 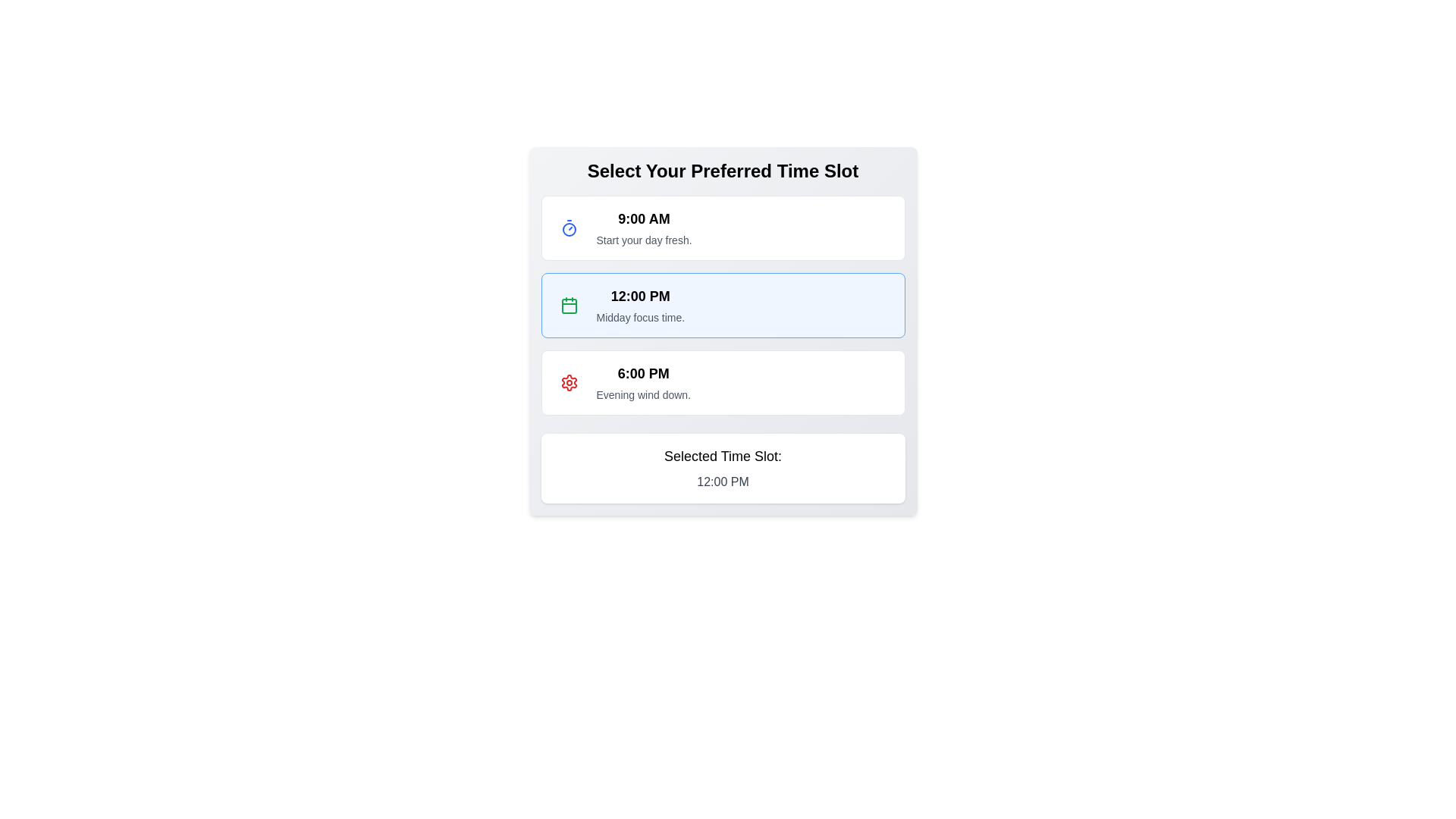 I want to click on the selectable time slot for 'Midday focus time', so click(x=722, y=330).